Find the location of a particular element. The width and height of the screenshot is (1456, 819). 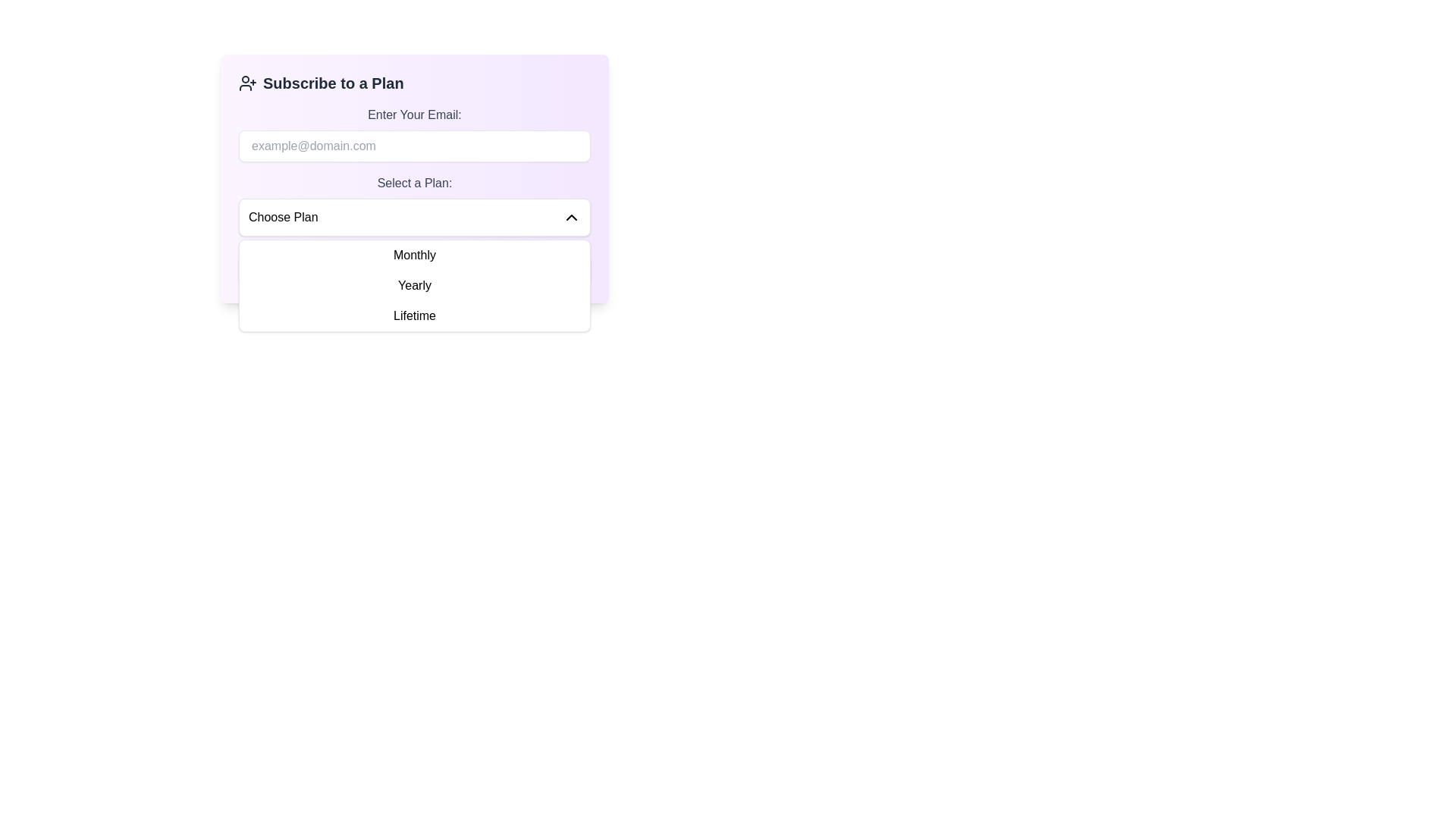

the bold text label that reads 'Subscribe to a Plan', which is positioned in the header section next to an icon is located at coordinates (332, 83).